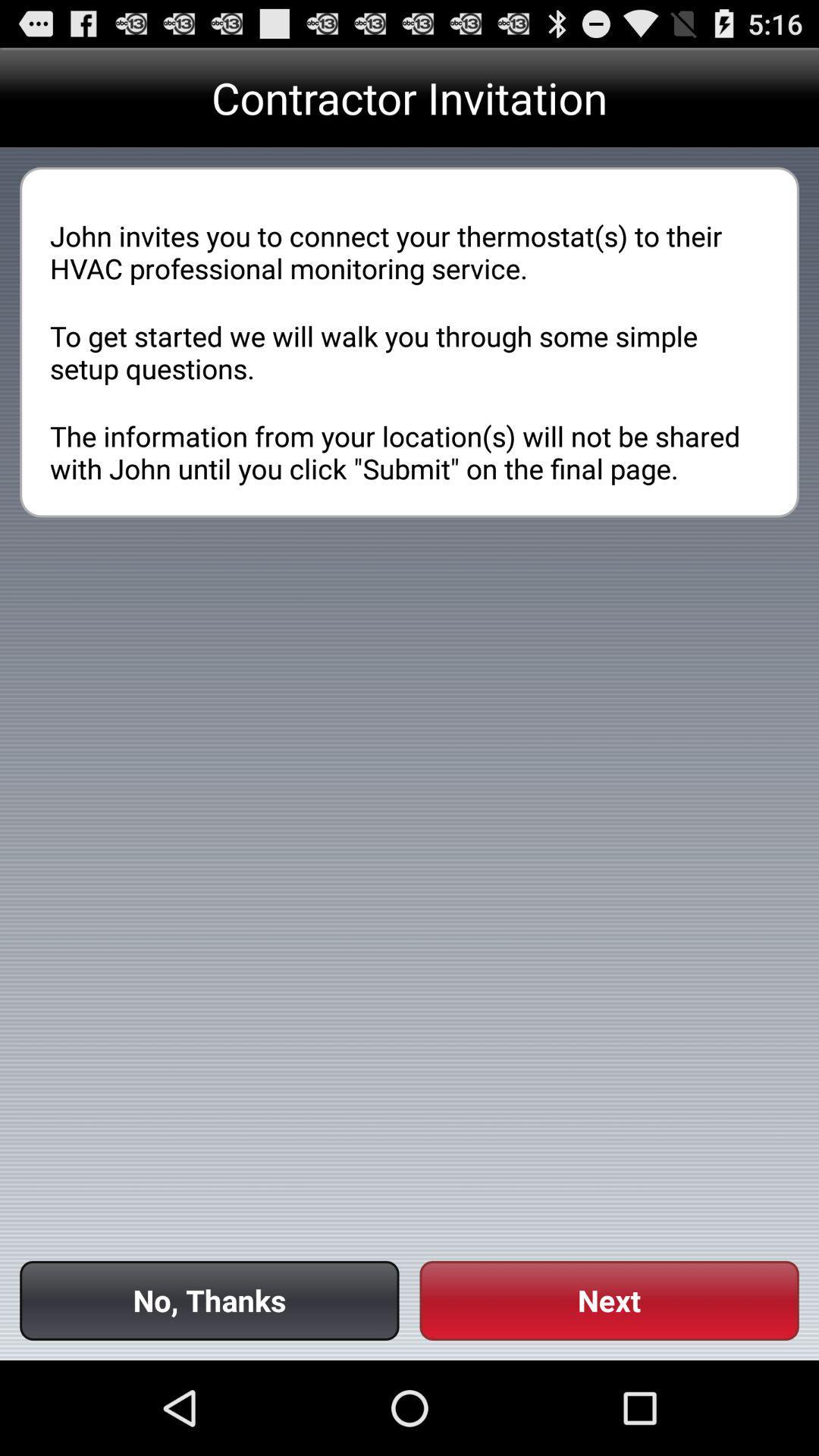 The height and width of the screenshot is (1456, 819). I want to click on icon below the the information from app, so click(608, 1300).